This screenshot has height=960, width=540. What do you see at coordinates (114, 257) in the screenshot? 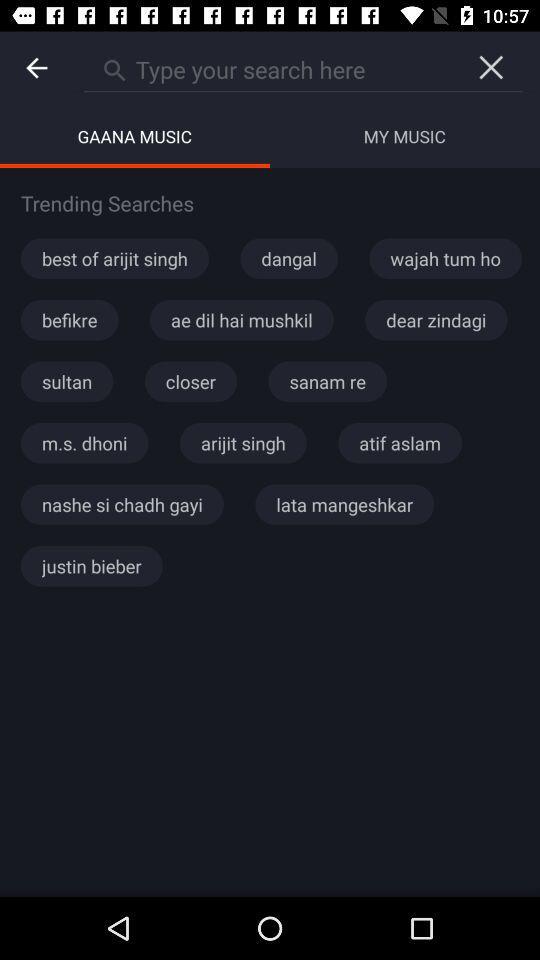
I see `the item below the trending searches item` at bounding box center [114, 257].